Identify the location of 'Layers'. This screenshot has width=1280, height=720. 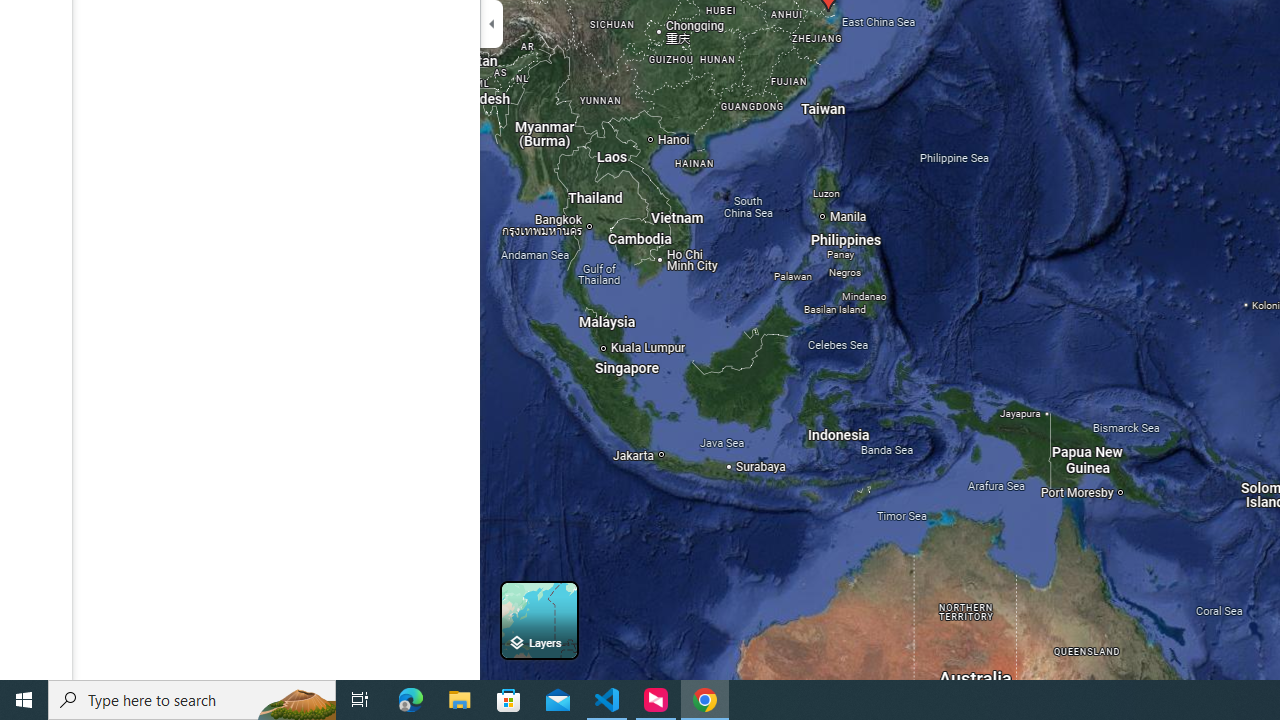
(539, 619).